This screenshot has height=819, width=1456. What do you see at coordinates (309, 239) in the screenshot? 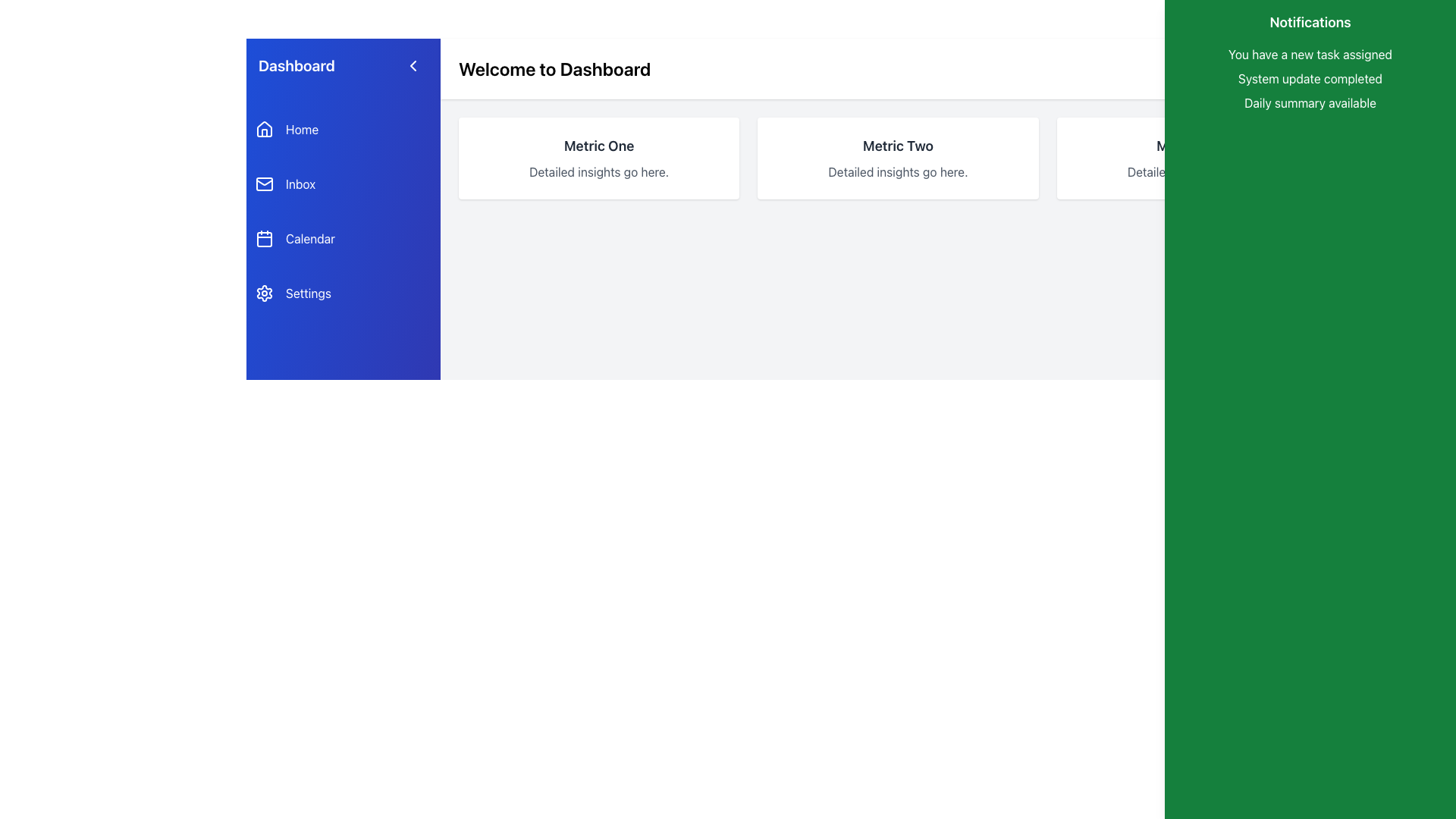
I see `the 'Calendar' text label in the sidebar panel` at bounding box center [309, 239].